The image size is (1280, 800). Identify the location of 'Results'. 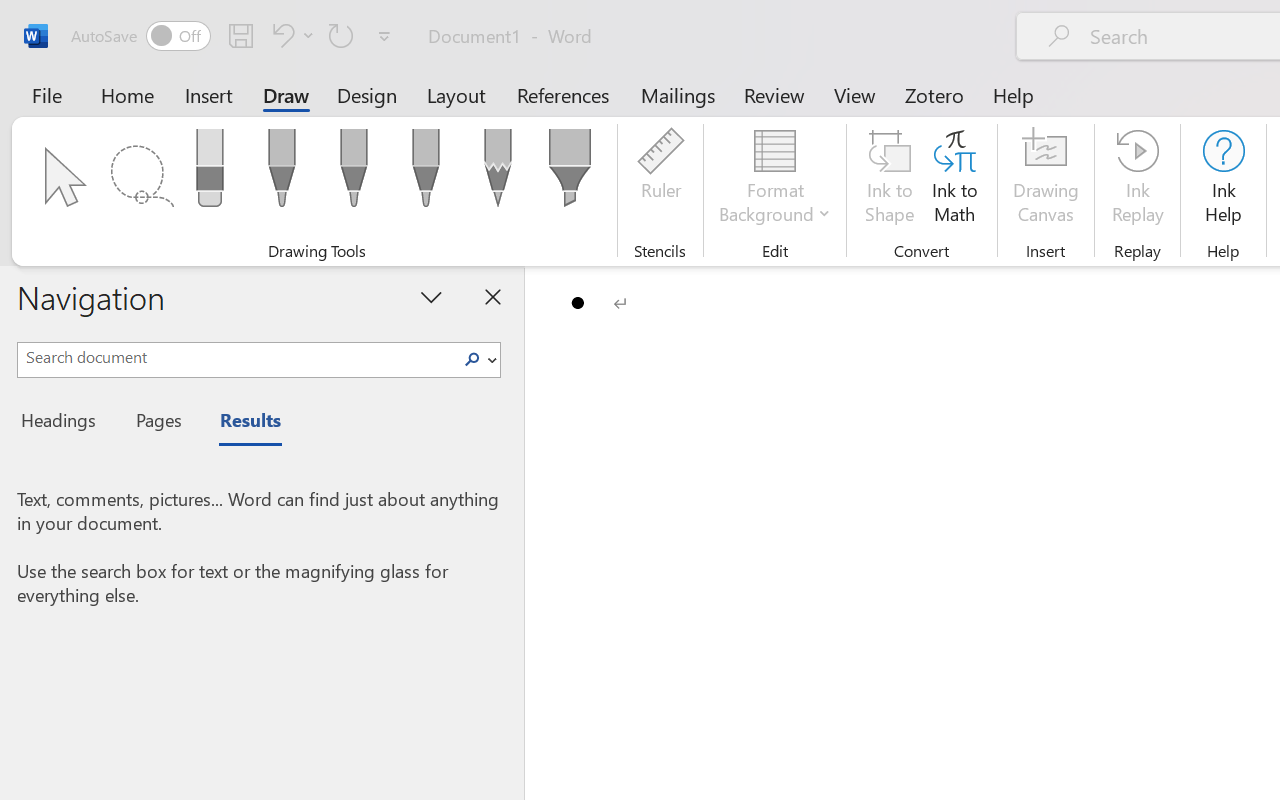
(240, 423).